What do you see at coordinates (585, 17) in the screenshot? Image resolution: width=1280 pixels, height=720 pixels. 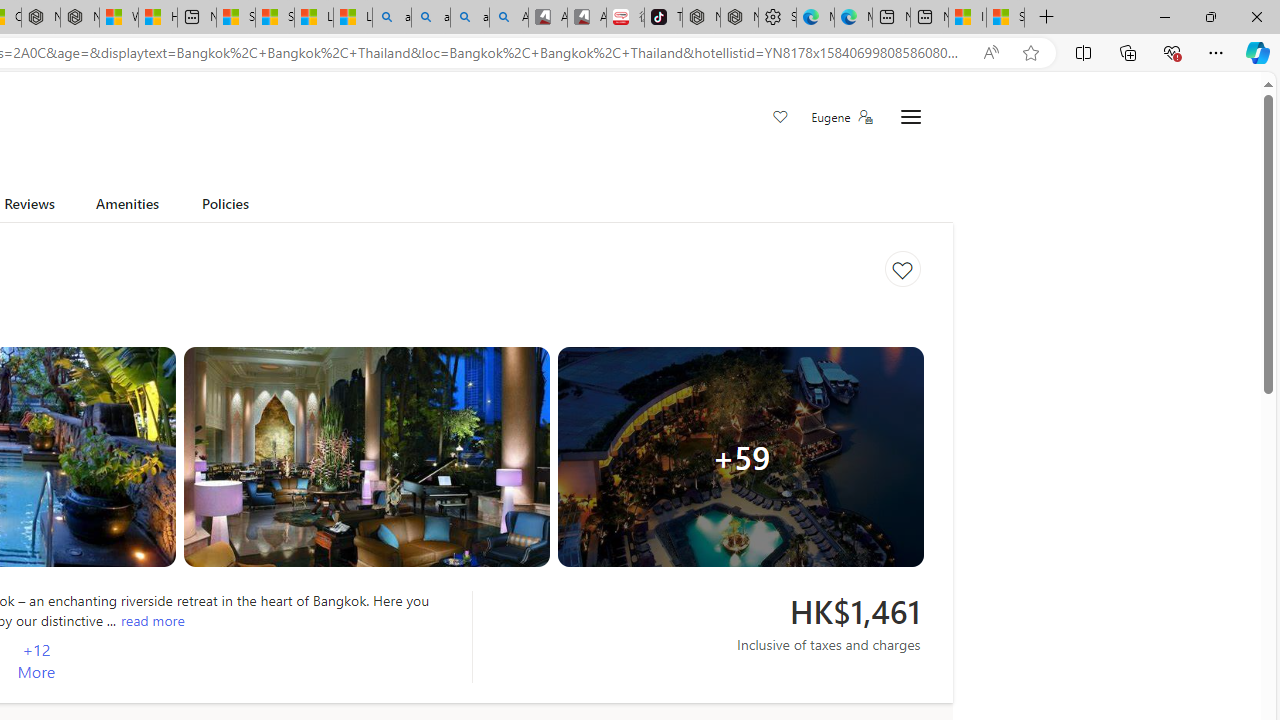 I see `'All Cubot phones'` at bounding box center [585, 17].